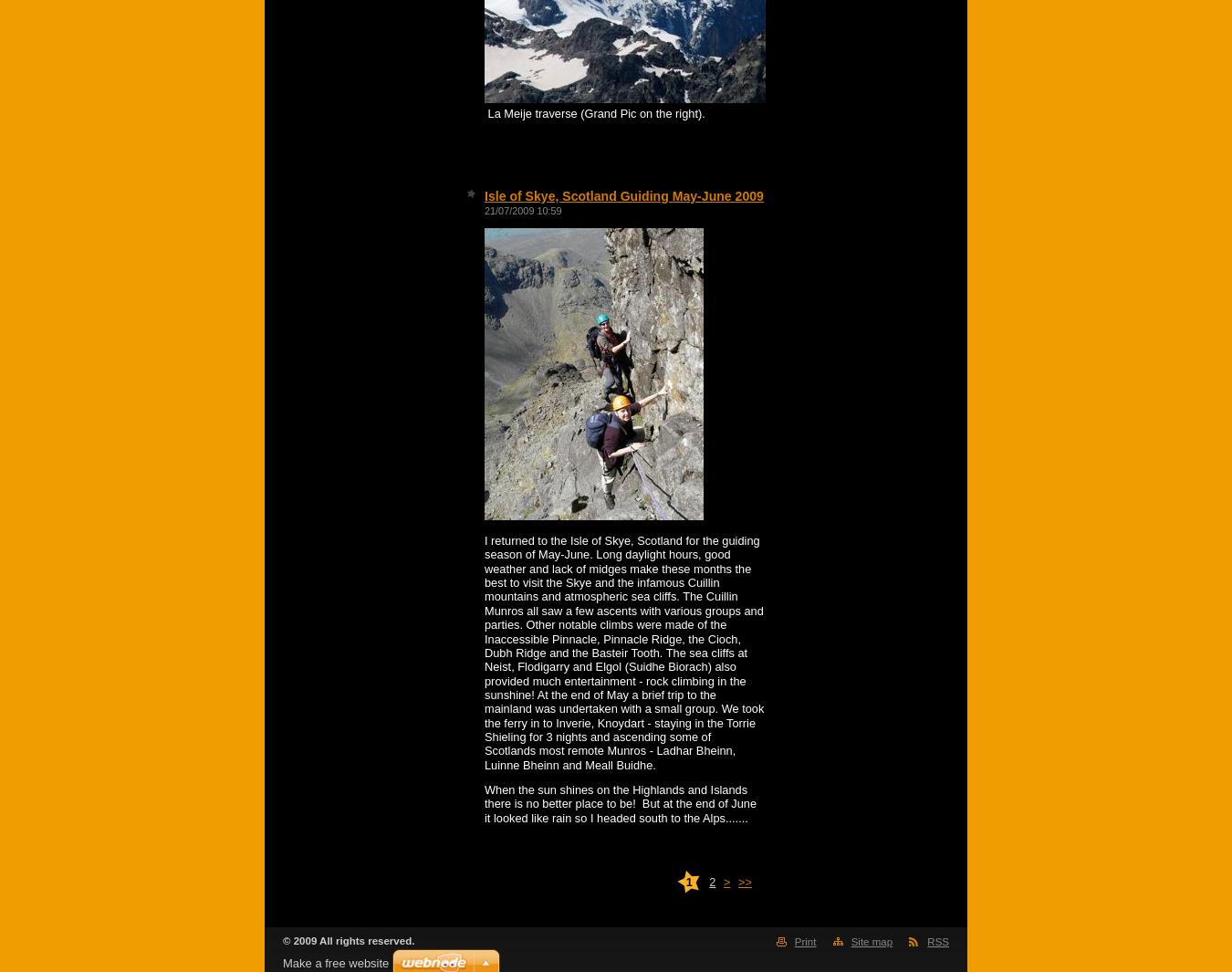 Image resolution: width=1232 pixels, height=972 pixels. Describe the element at coordinates (687, 881) in the screenshot. I see `'1'` at that location.